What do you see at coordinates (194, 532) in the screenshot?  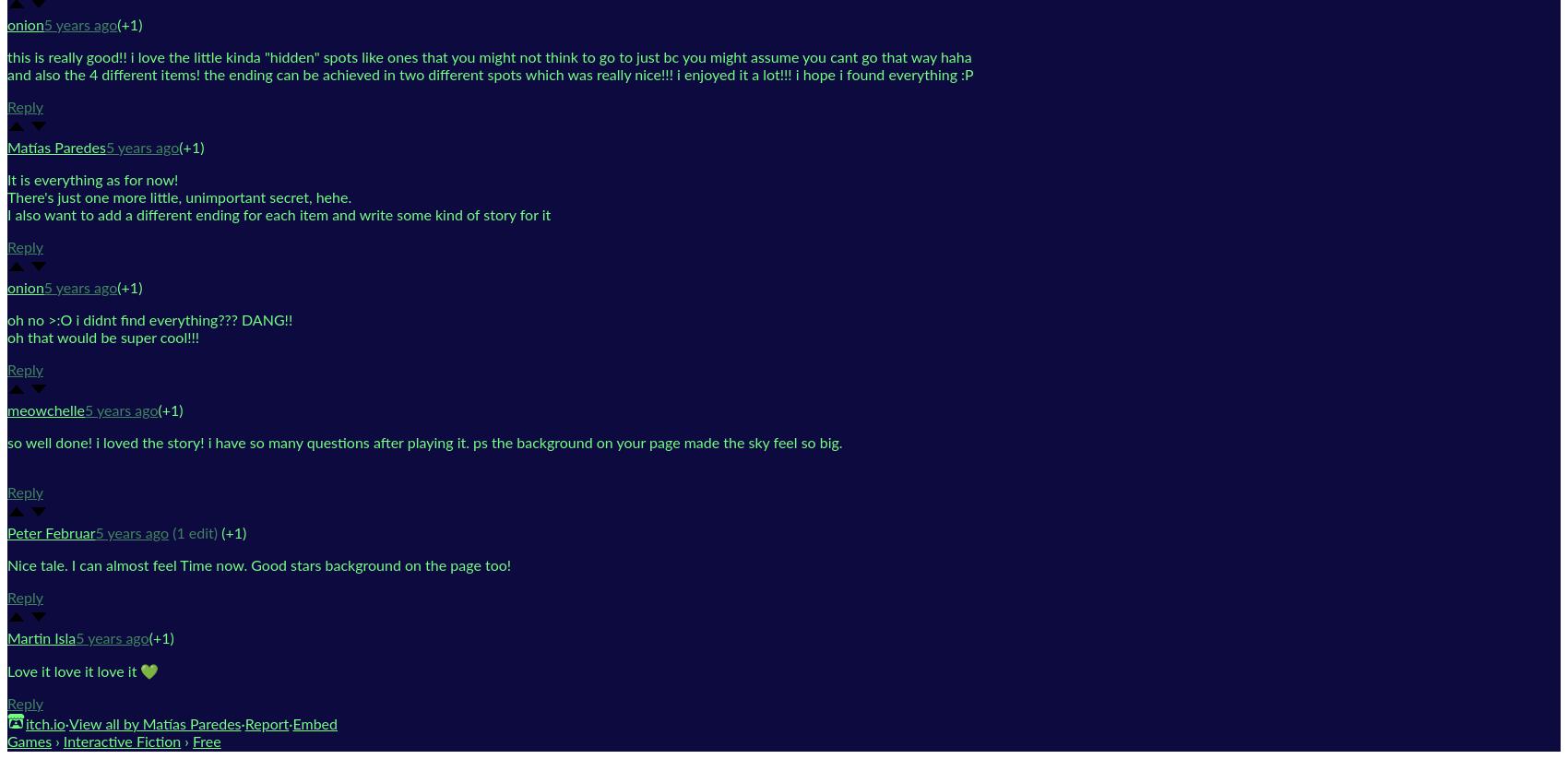 I see `'(1 edit)'` at bounding box center [194, 532].